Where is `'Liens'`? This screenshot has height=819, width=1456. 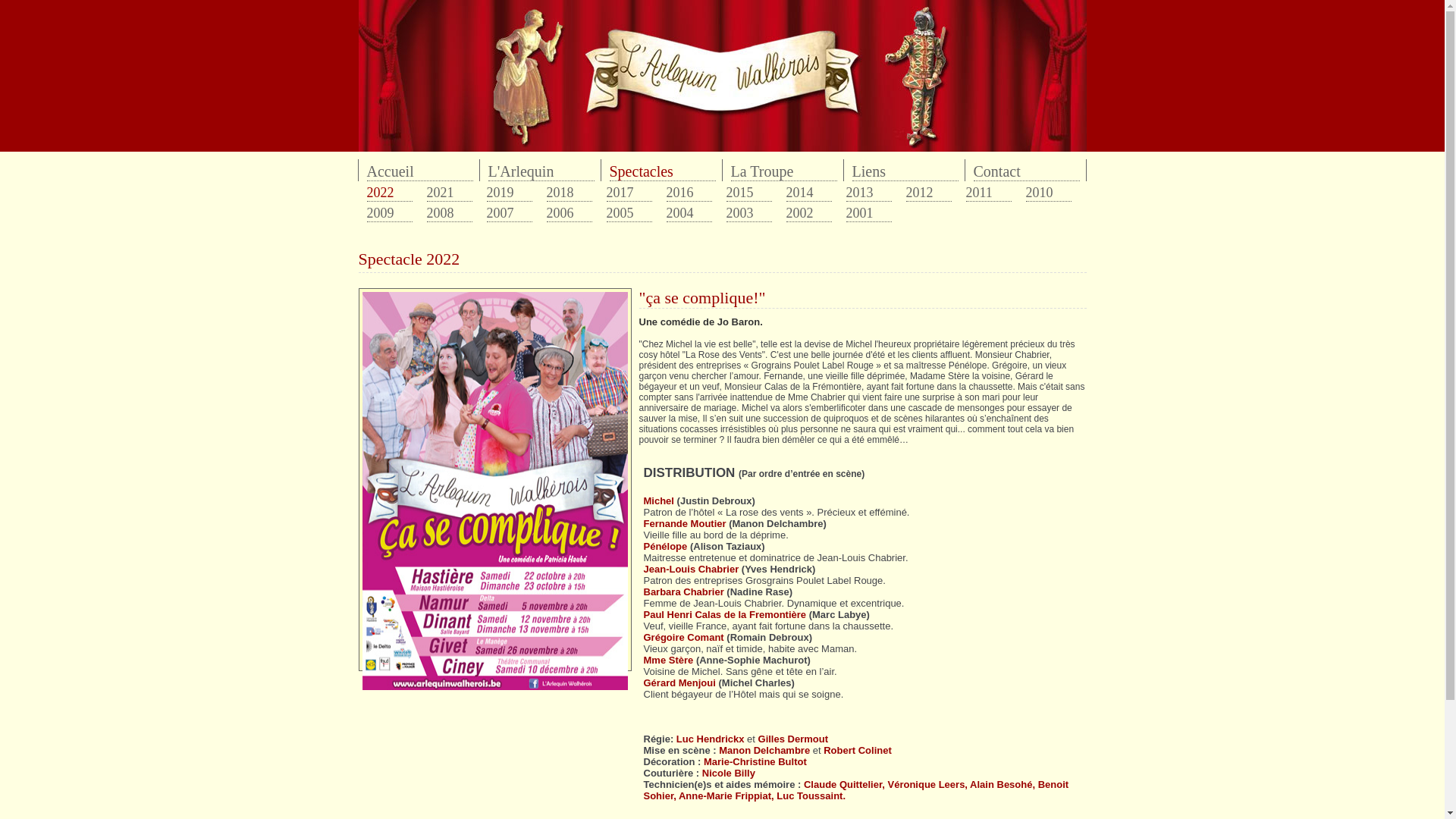
'Liens' is located at coordinates (852, 171).